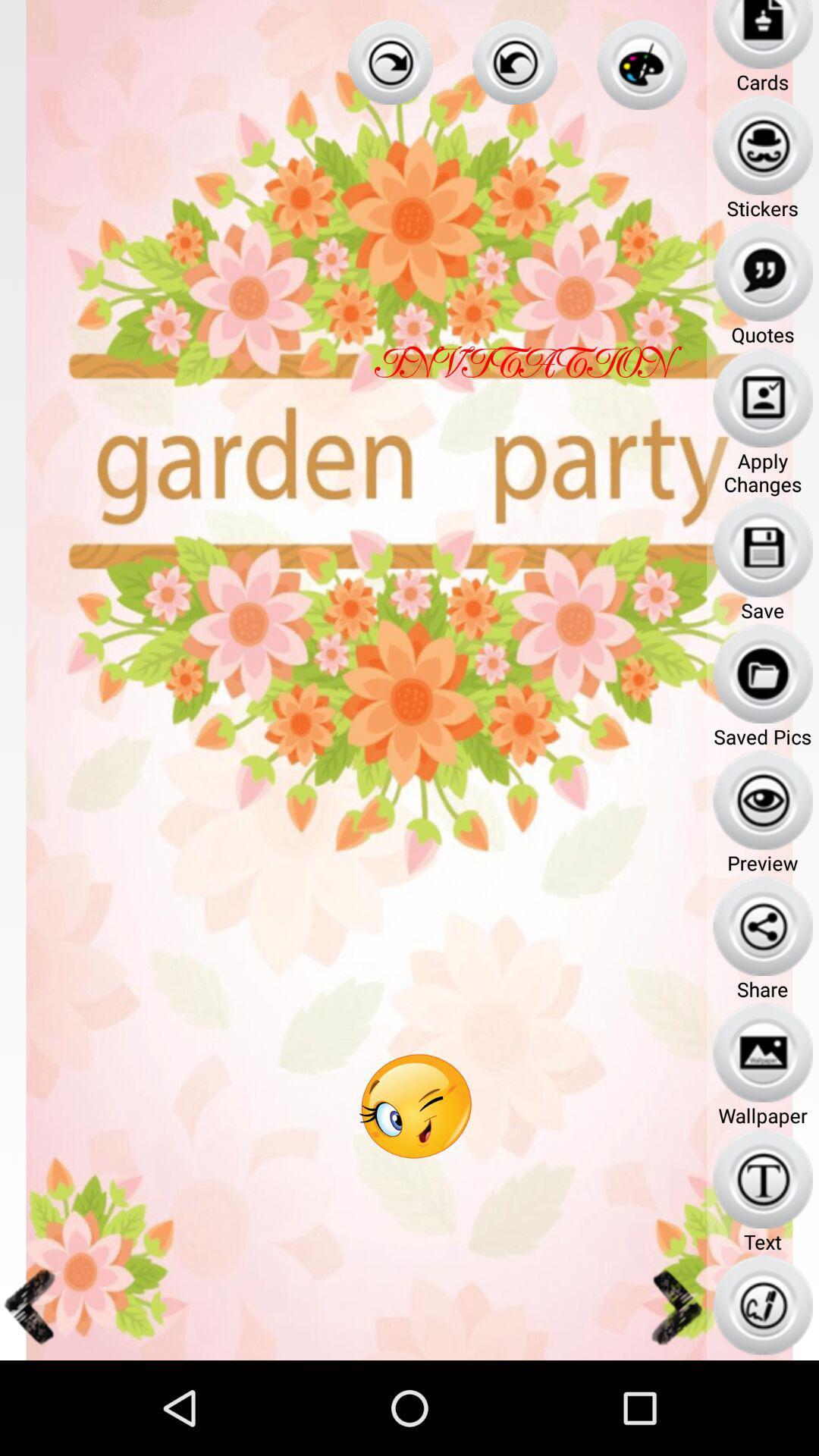 This screenshot has height=1456, width=819. I want to click on the globe icon, so click(642, 68).